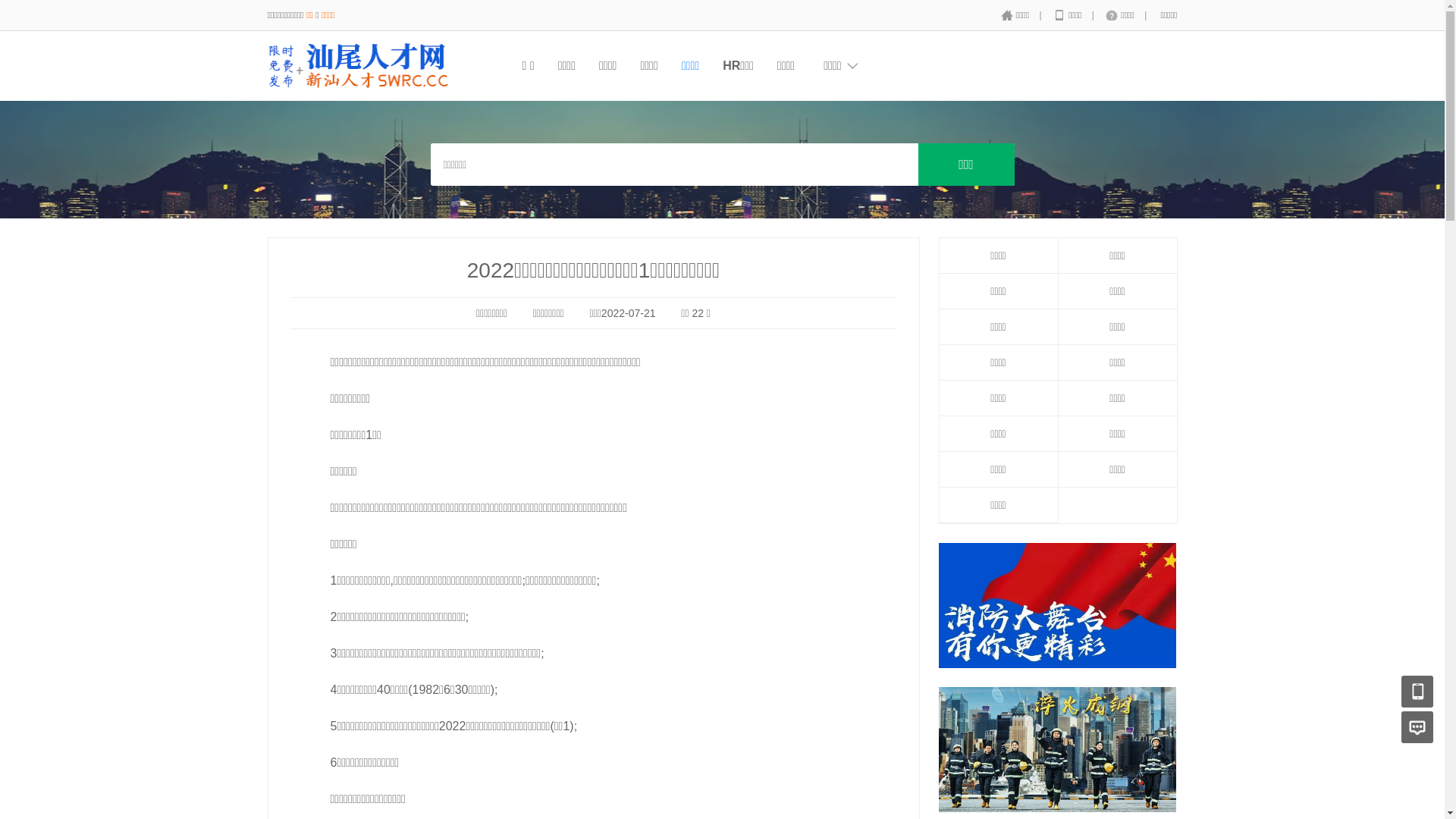 The height and width of the screenshot is (819, 1456). What do you see at coordinates (691, 312) in the screenshot?
I see `'22'` at bounding box center [691, 312].